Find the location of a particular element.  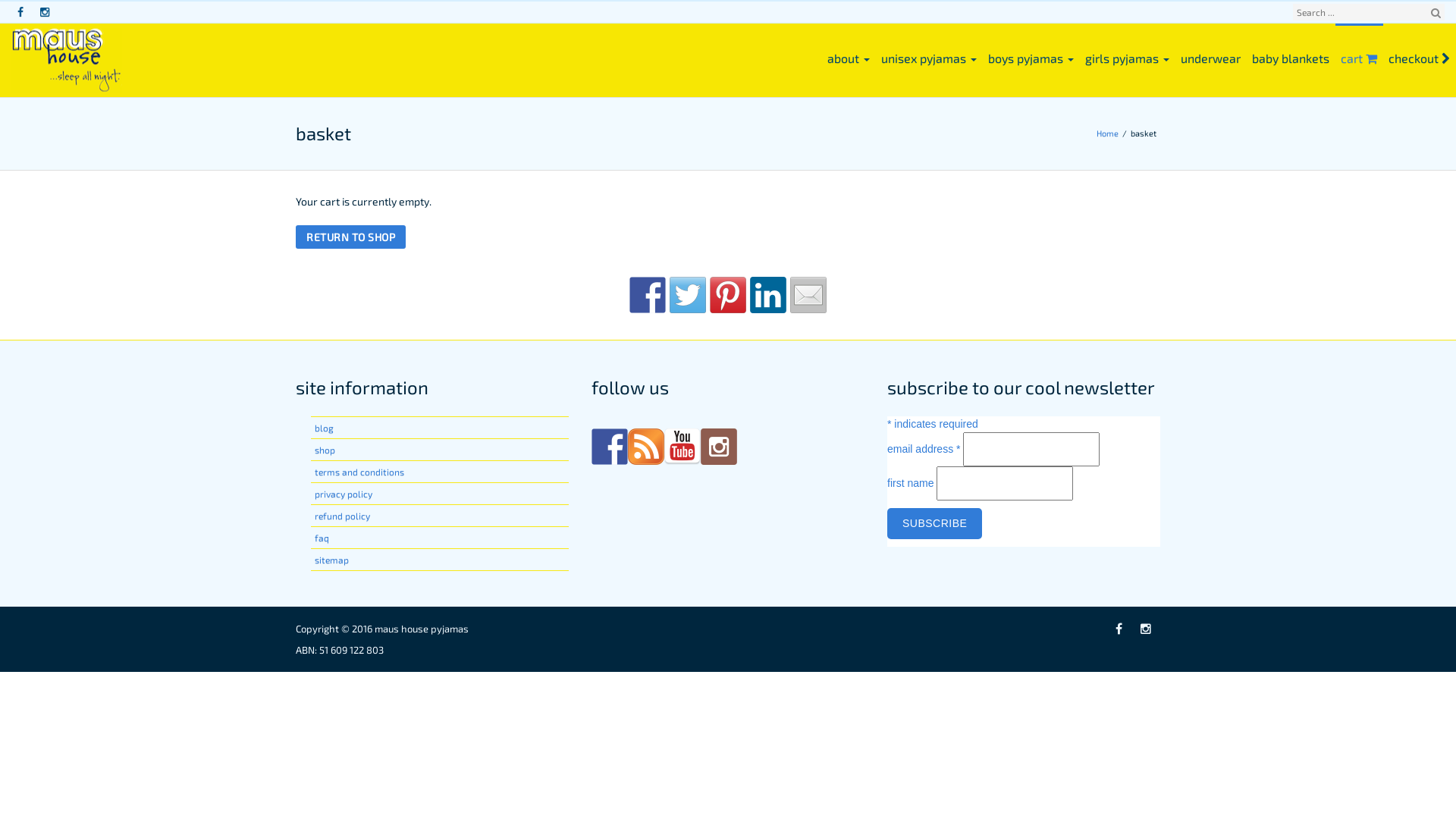

'Home' is located at coordinates (1109, 132).